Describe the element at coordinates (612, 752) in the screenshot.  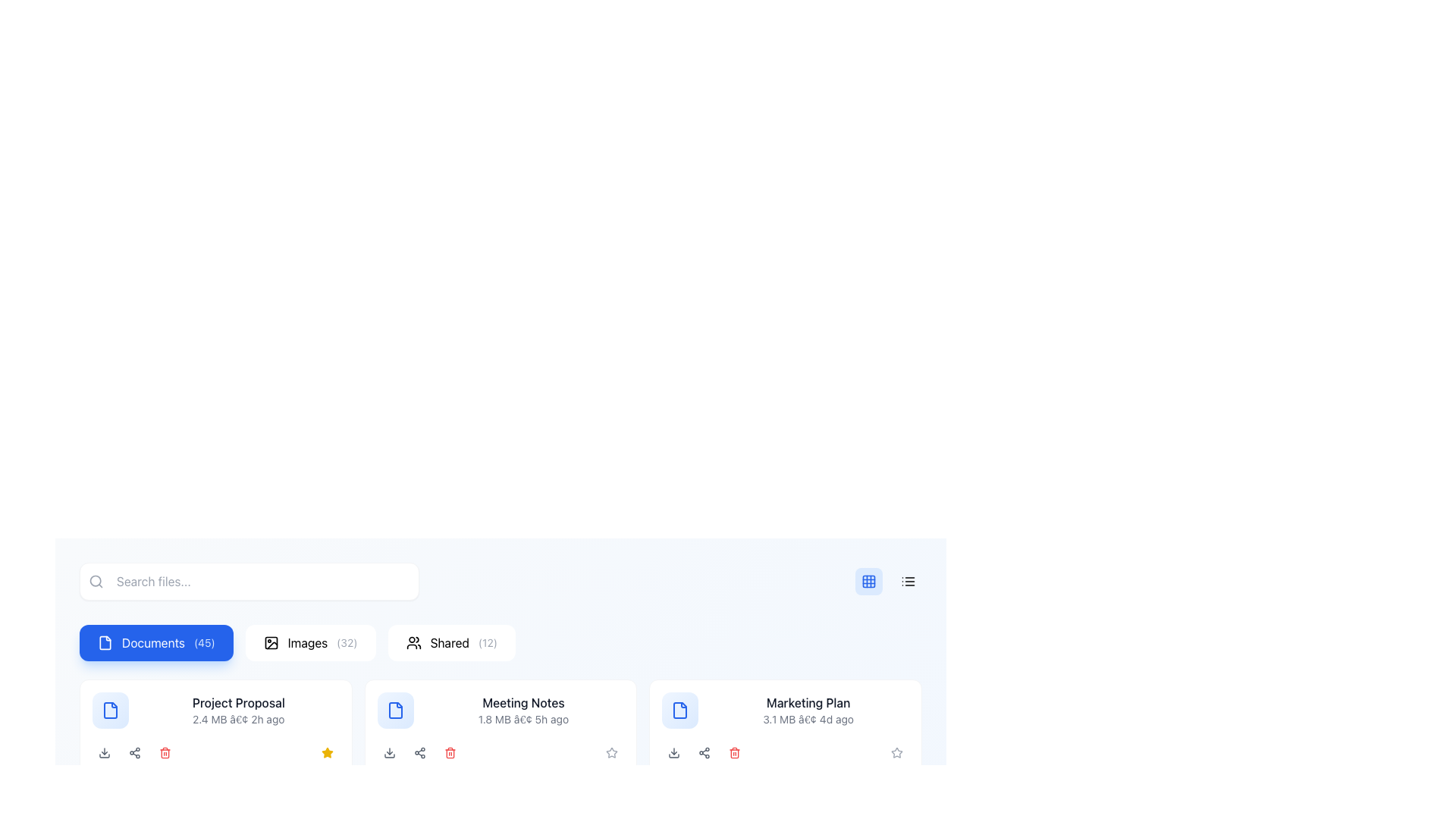
I see `the star icon at the bottom right of the 'Marketing Plan' card` at that location.